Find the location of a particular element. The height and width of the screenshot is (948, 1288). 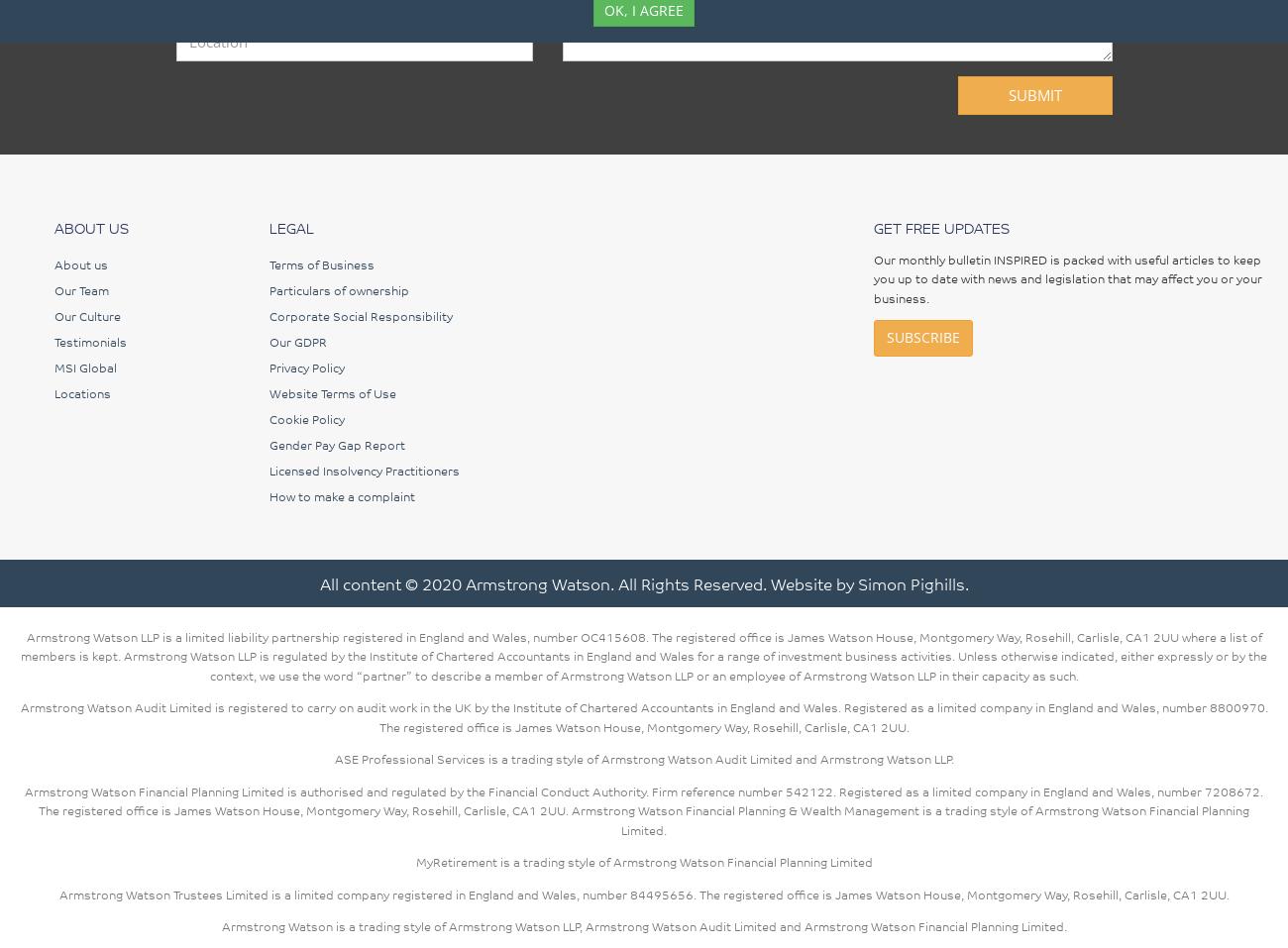

'Our Team' is located at coordinates (81, 288).